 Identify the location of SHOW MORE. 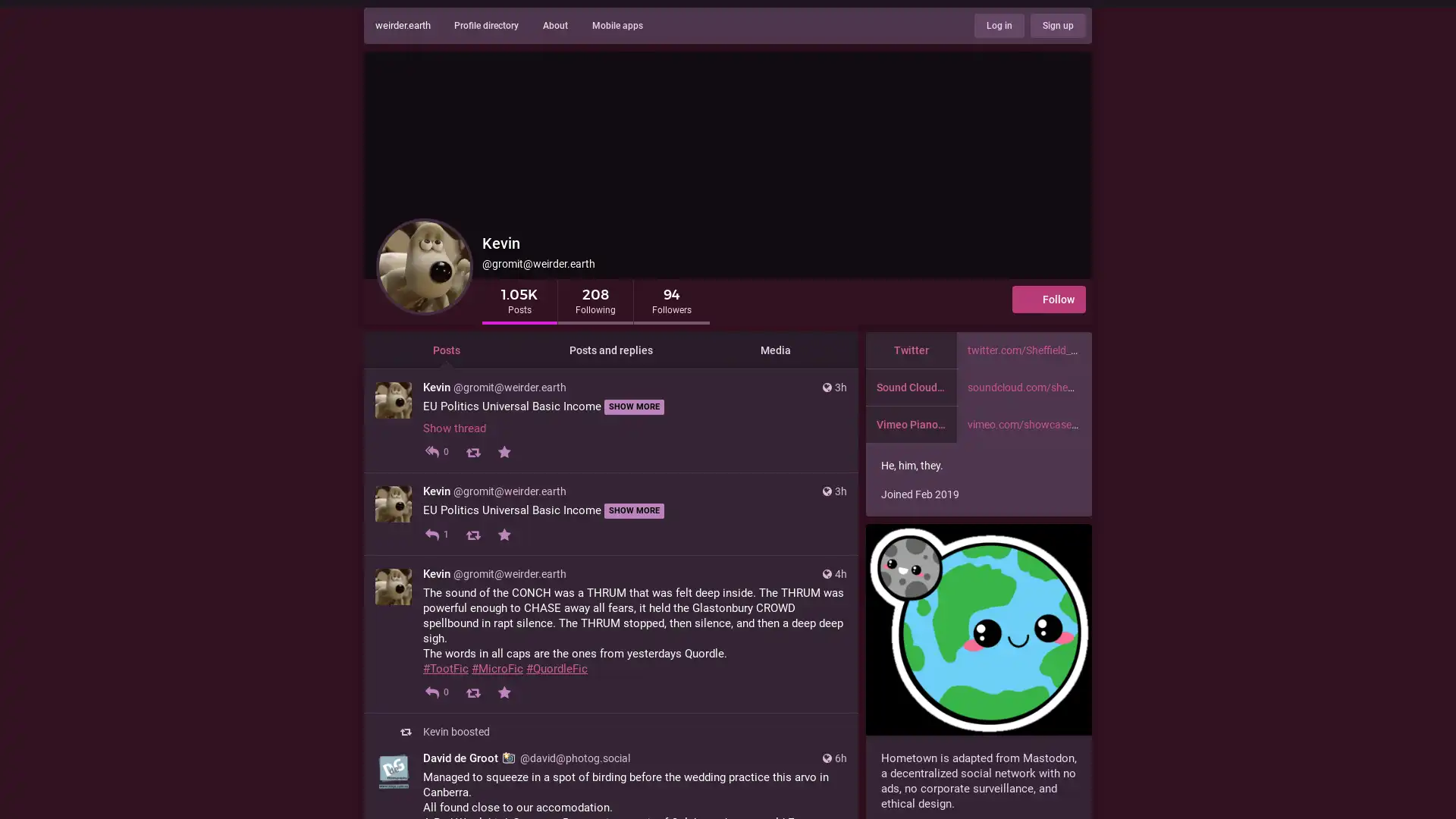
(634, 511).